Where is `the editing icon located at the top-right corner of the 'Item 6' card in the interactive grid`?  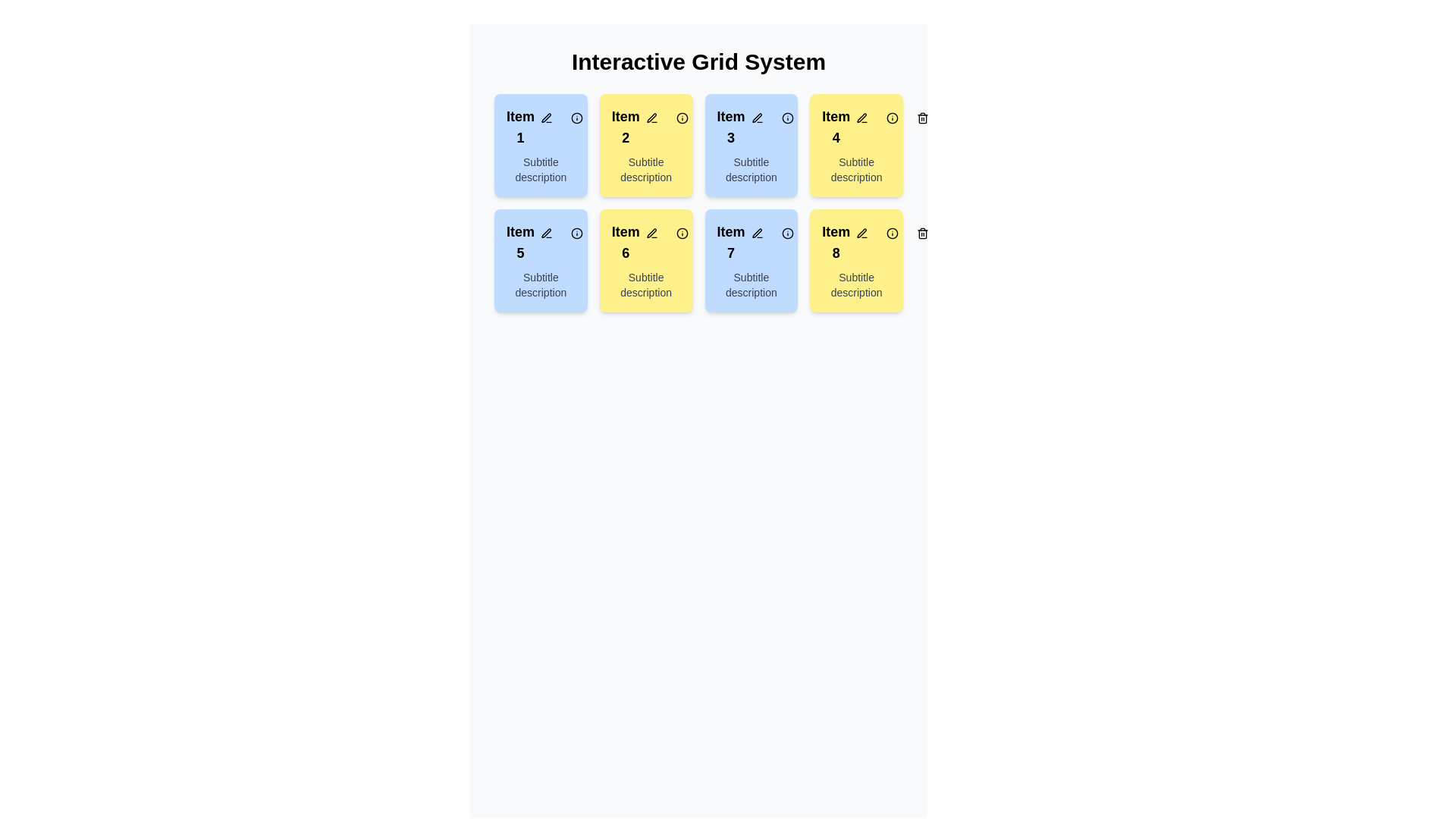
the editing icon located at the top-right corner of the 'Item 6' card in the interactive grid is located at coordinates (651, 233).